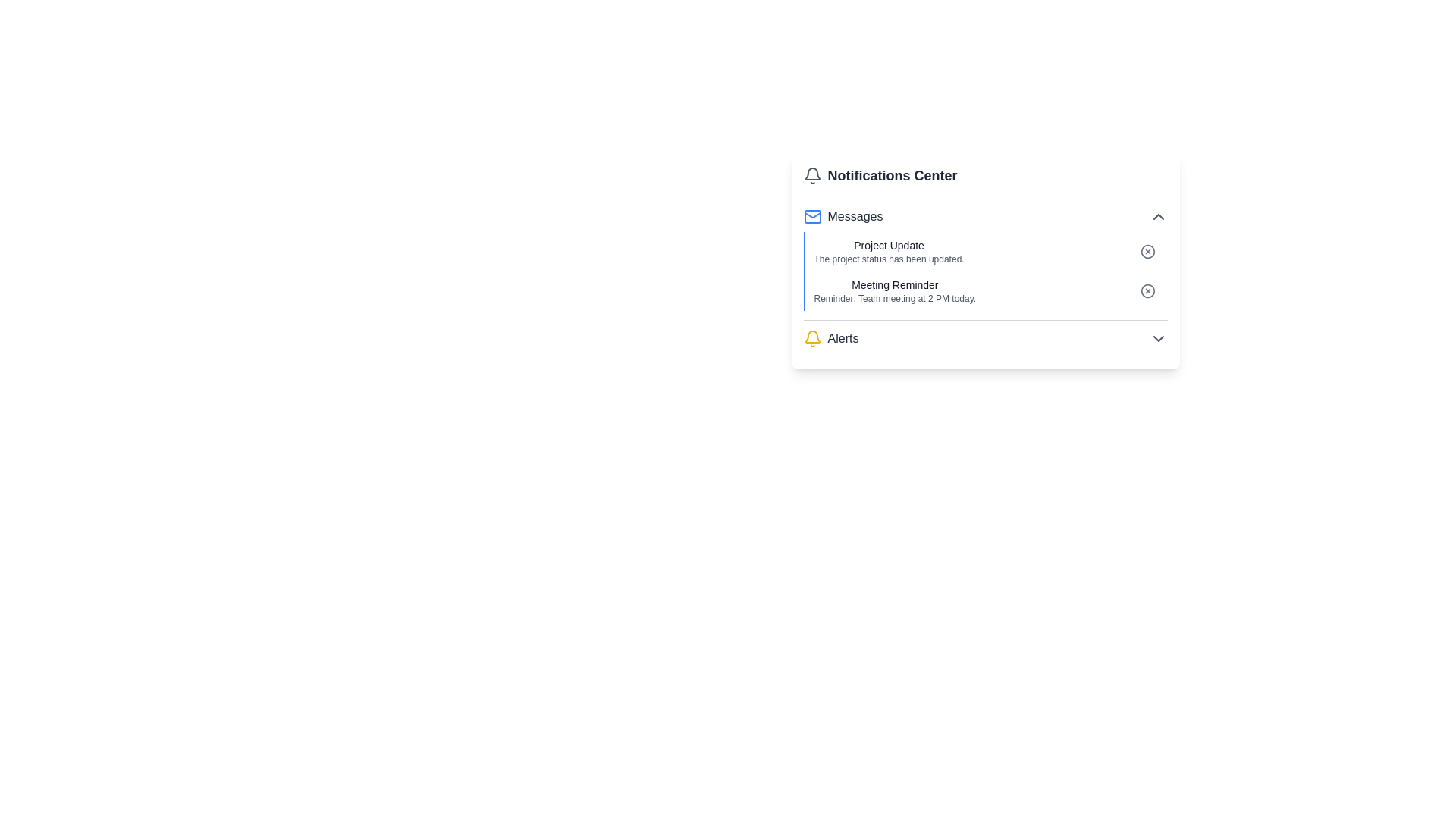 The height and width of the screenshot is (819, 1456). What do you see at coordinates (895, 284) in the screenshot?
I see `the Text Label in the 'Messages' section of the 'Notifications Center' panel, which is the second item below 'Project Update'` at bounding box center [895, 284].